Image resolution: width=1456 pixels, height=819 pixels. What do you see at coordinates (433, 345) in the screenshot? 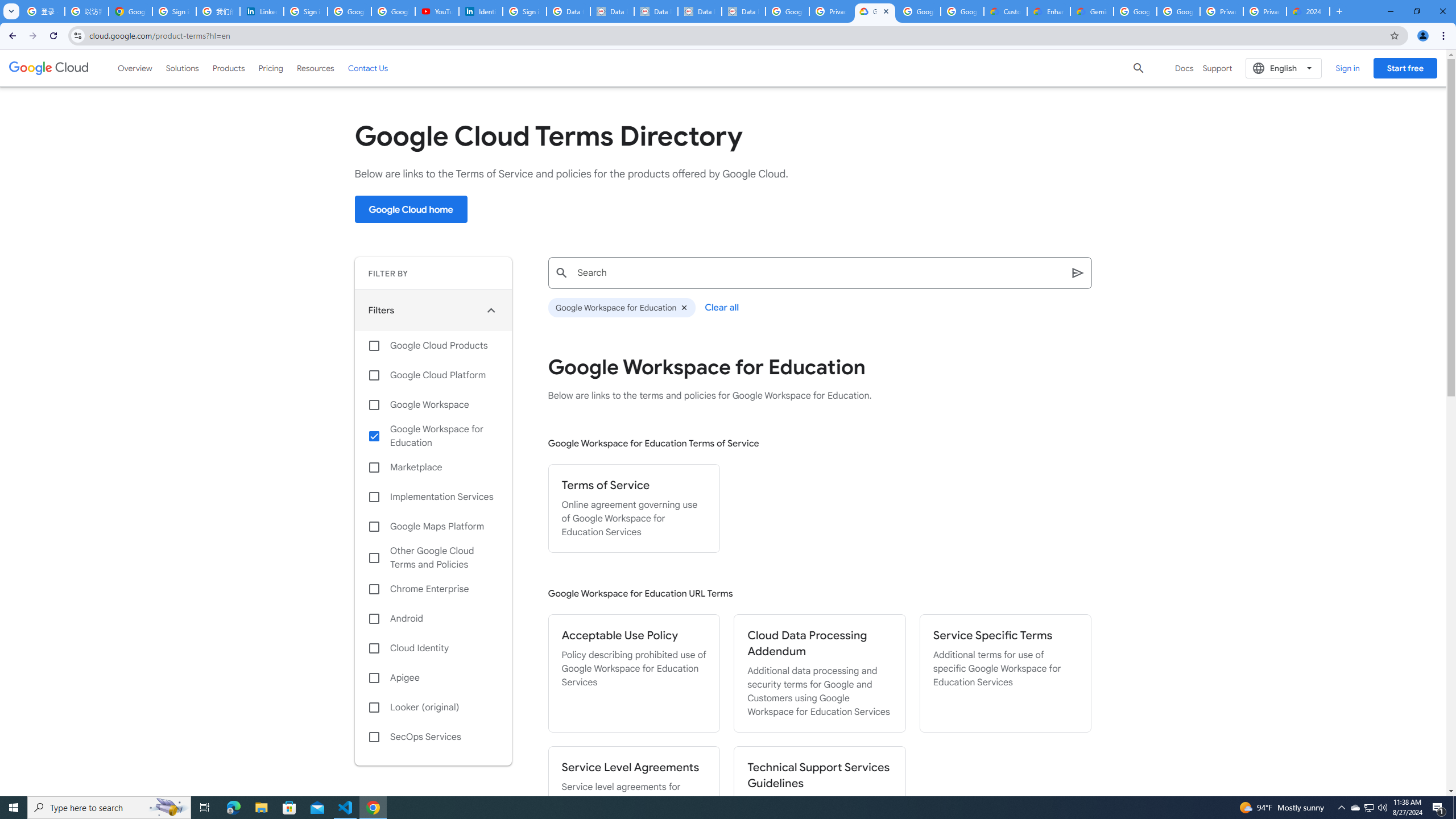
I see `'Google Cloud Products'` at bounding box center [433, 345].